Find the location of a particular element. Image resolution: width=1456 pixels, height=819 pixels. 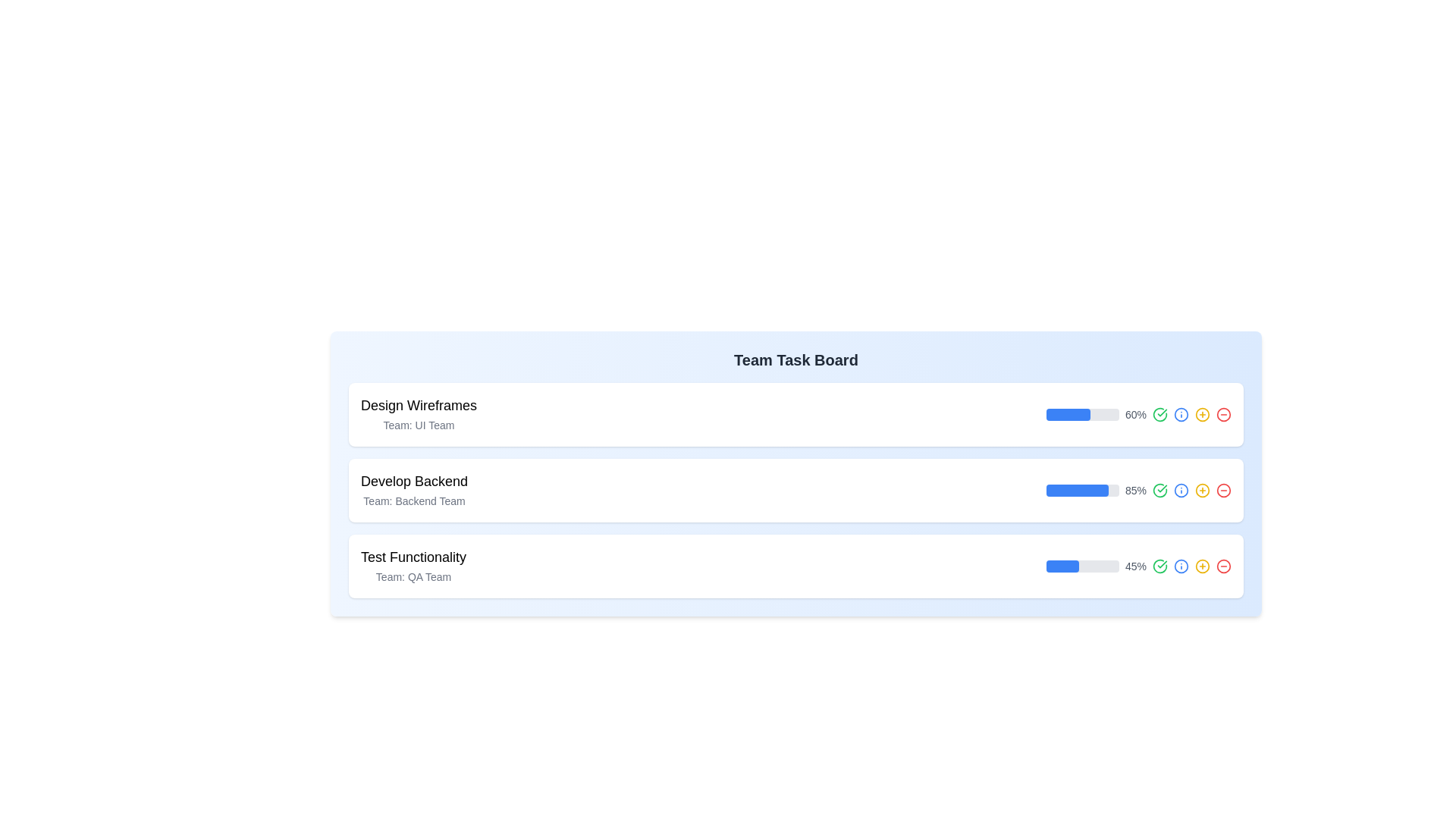

contextual information by clicking on the circular graphical component of the information icon located to the right side of the 'Develop Backend' task in the task board layout is located at coordinates (1181, 491).